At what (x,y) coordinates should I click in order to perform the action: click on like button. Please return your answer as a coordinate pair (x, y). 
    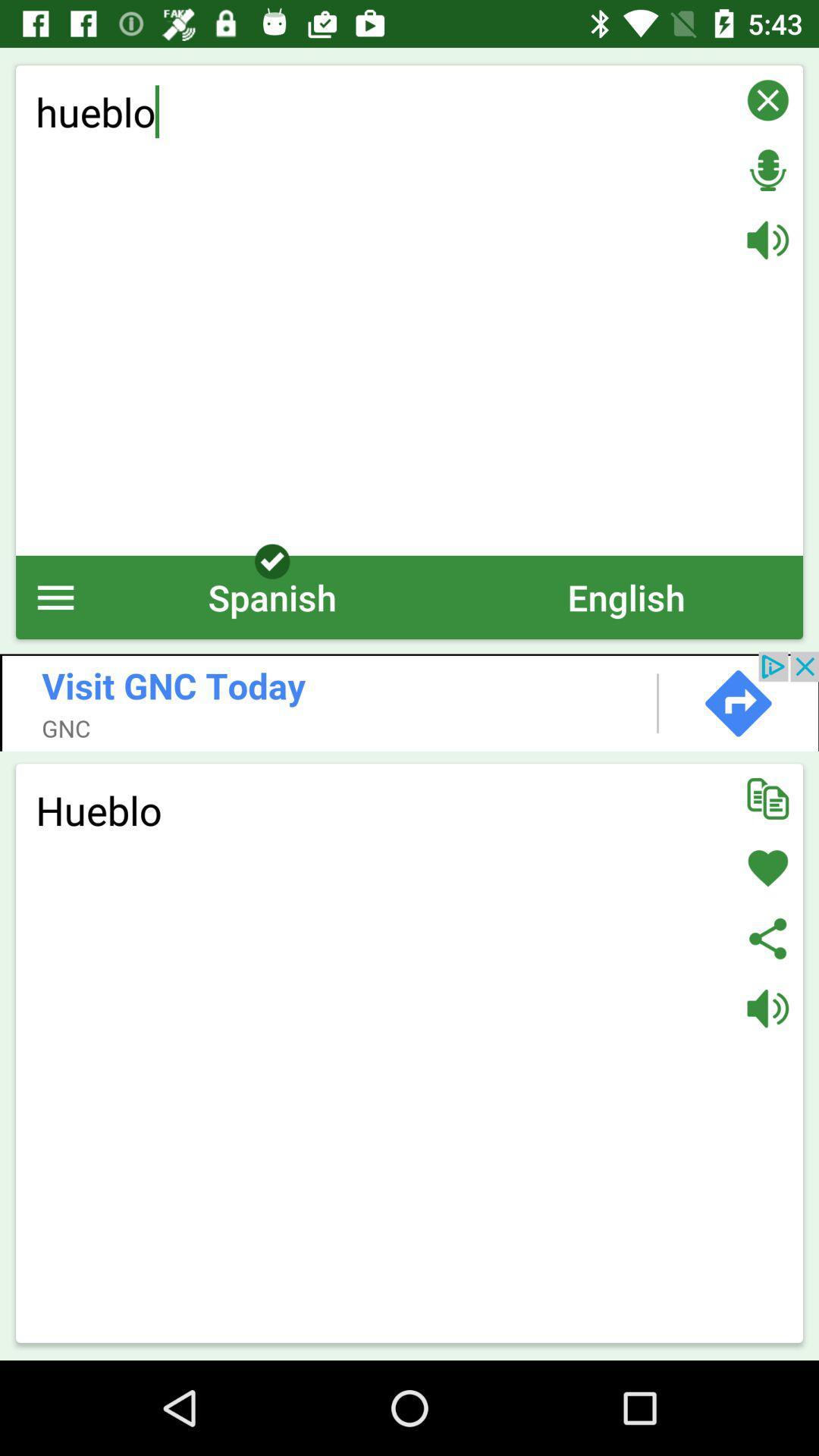
    Looking at the image, I should click on (767, 868).